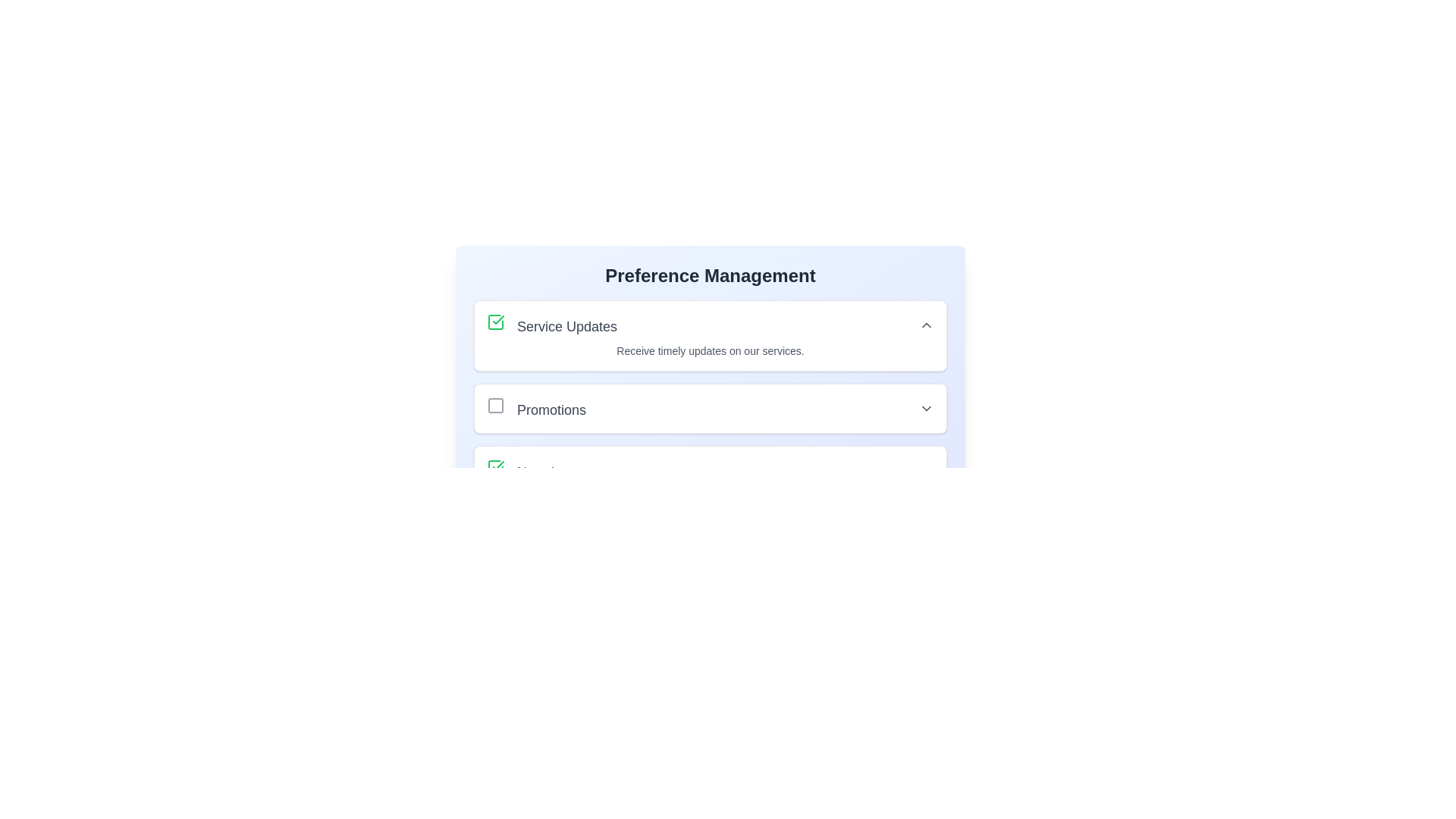  I want to click on the third Expandable List Item in the 'Service Updates' and 'Promotions' section, so click(709, 470).